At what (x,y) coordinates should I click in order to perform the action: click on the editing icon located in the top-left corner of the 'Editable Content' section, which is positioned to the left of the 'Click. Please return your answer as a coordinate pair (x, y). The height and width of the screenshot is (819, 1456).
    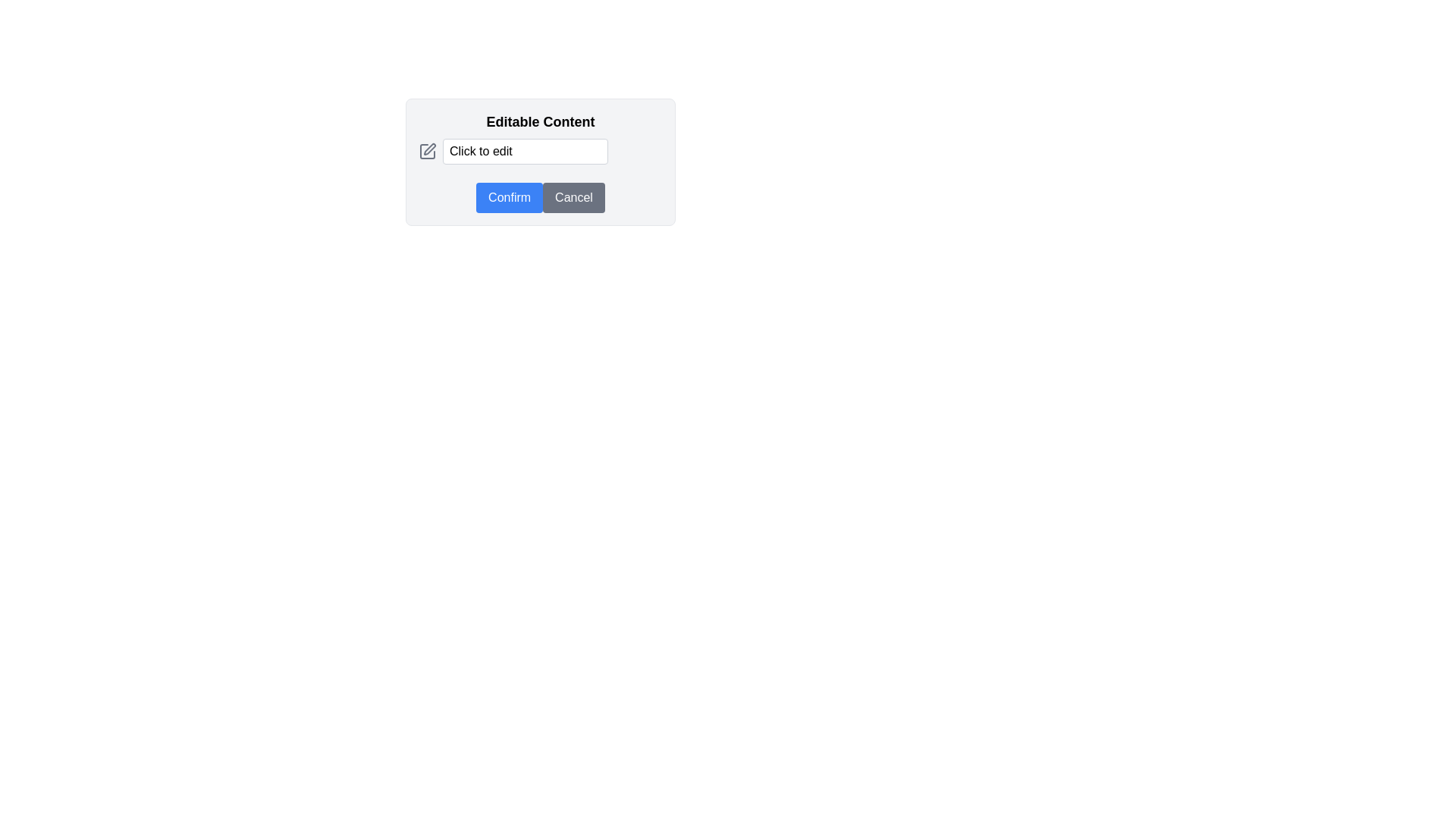
    Looking at the image, I should click on (427, 152).